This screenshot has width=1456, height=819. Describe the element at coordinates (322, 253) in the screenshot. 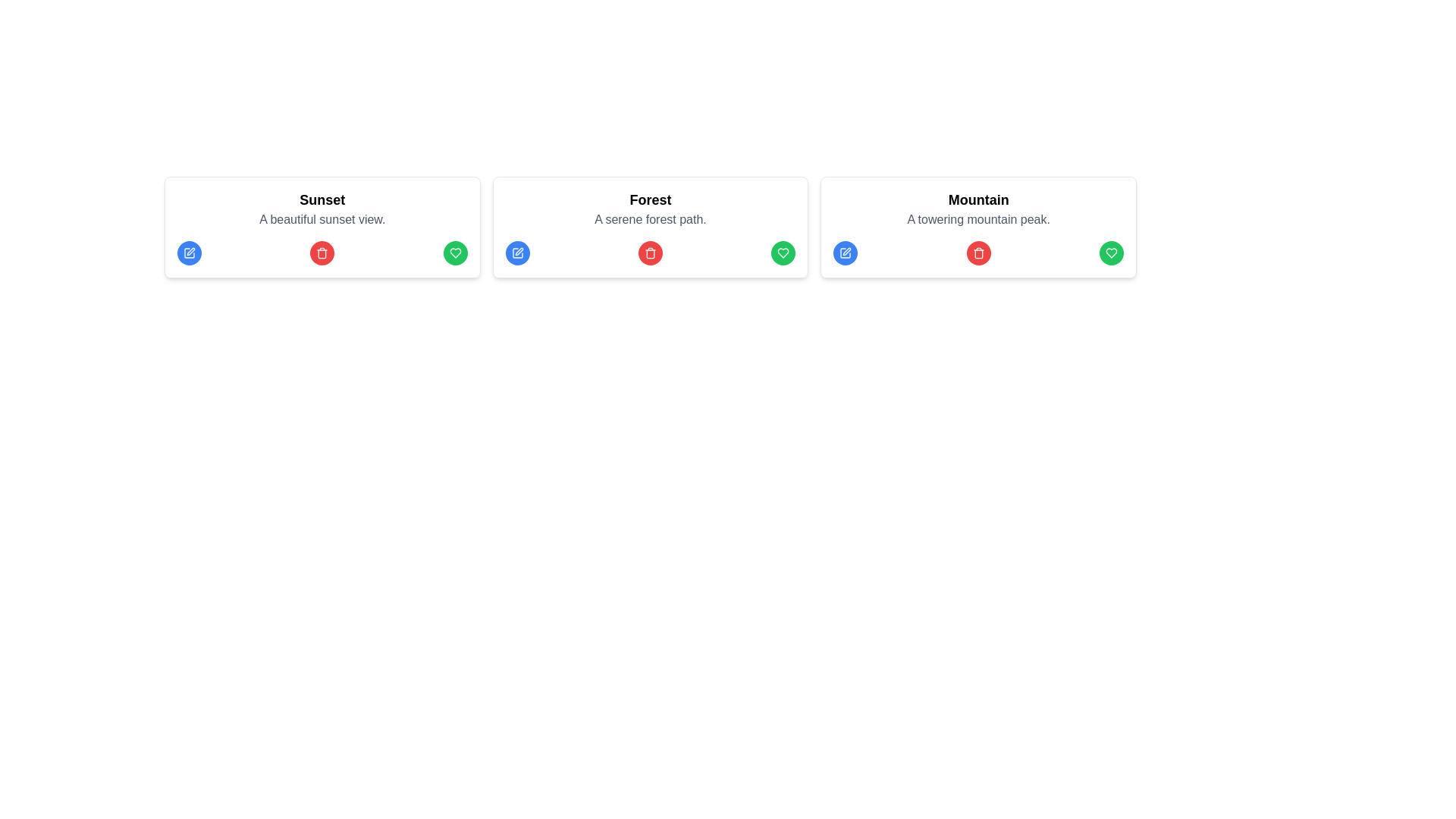

I see `the center circular button` at that location.